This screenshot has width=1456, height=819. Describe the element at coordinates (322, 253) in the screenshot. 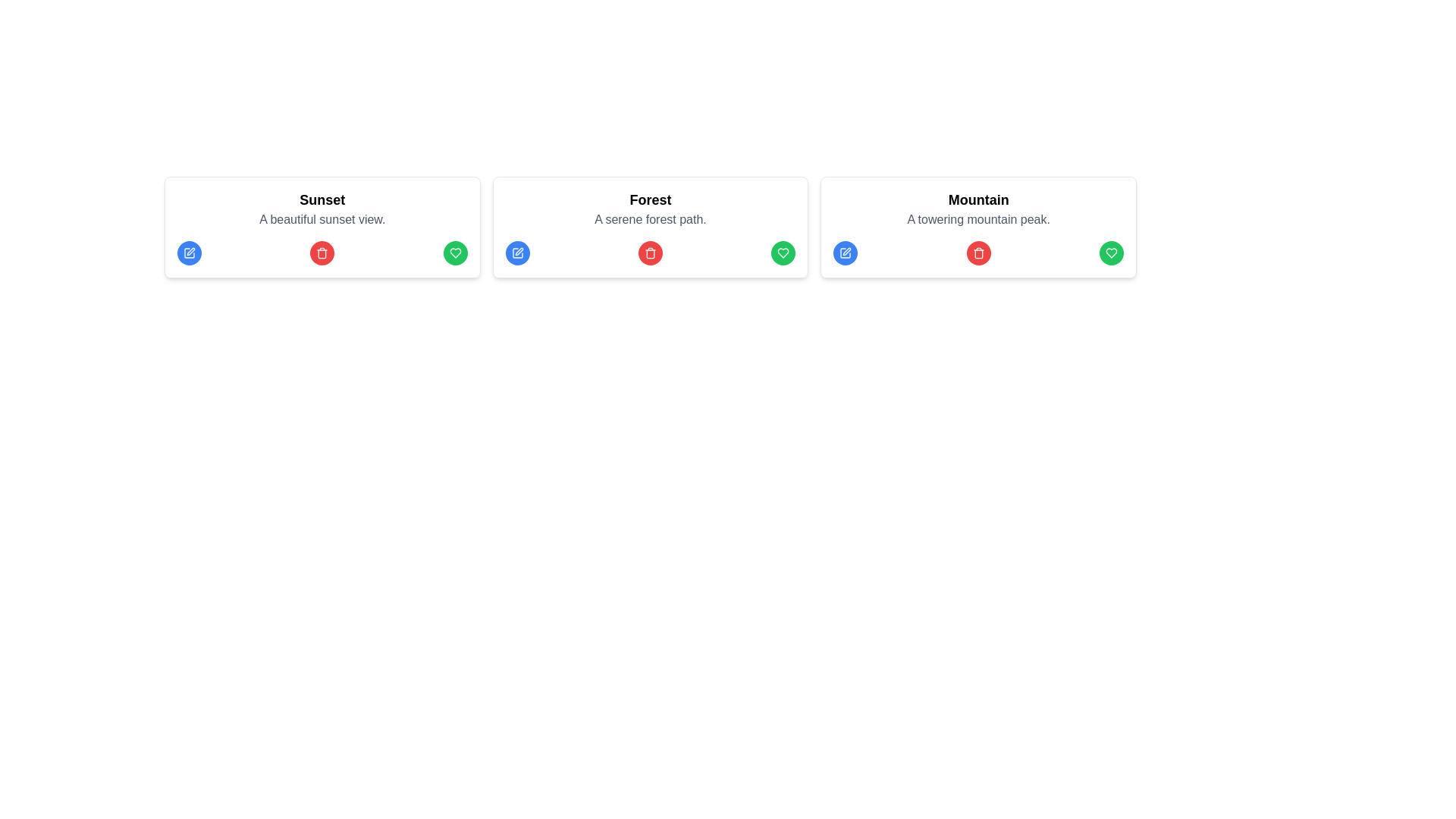

I see `the center circular button` at that location.